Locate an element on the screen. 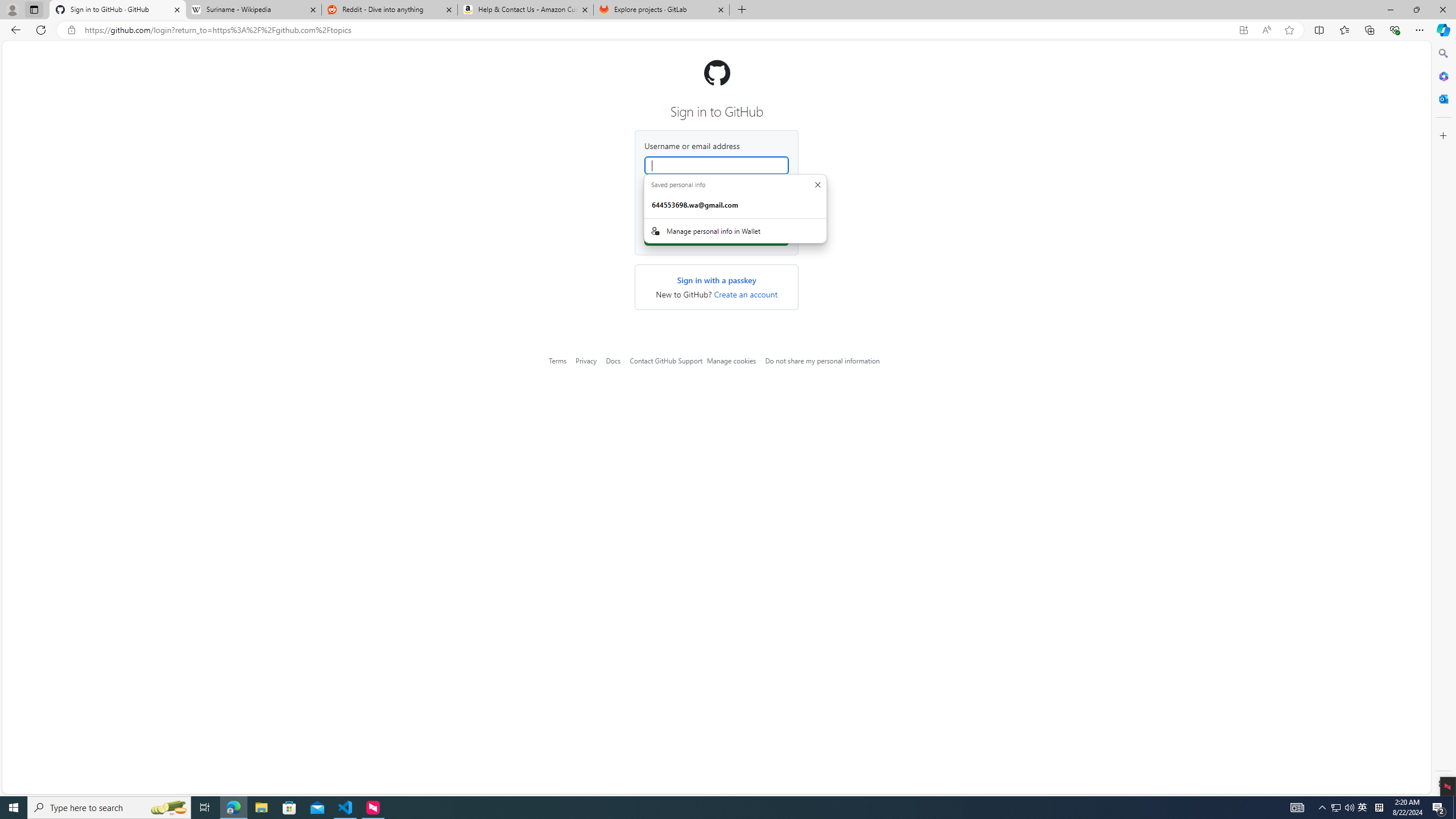  'Don' is located at coordinates (817, 184).